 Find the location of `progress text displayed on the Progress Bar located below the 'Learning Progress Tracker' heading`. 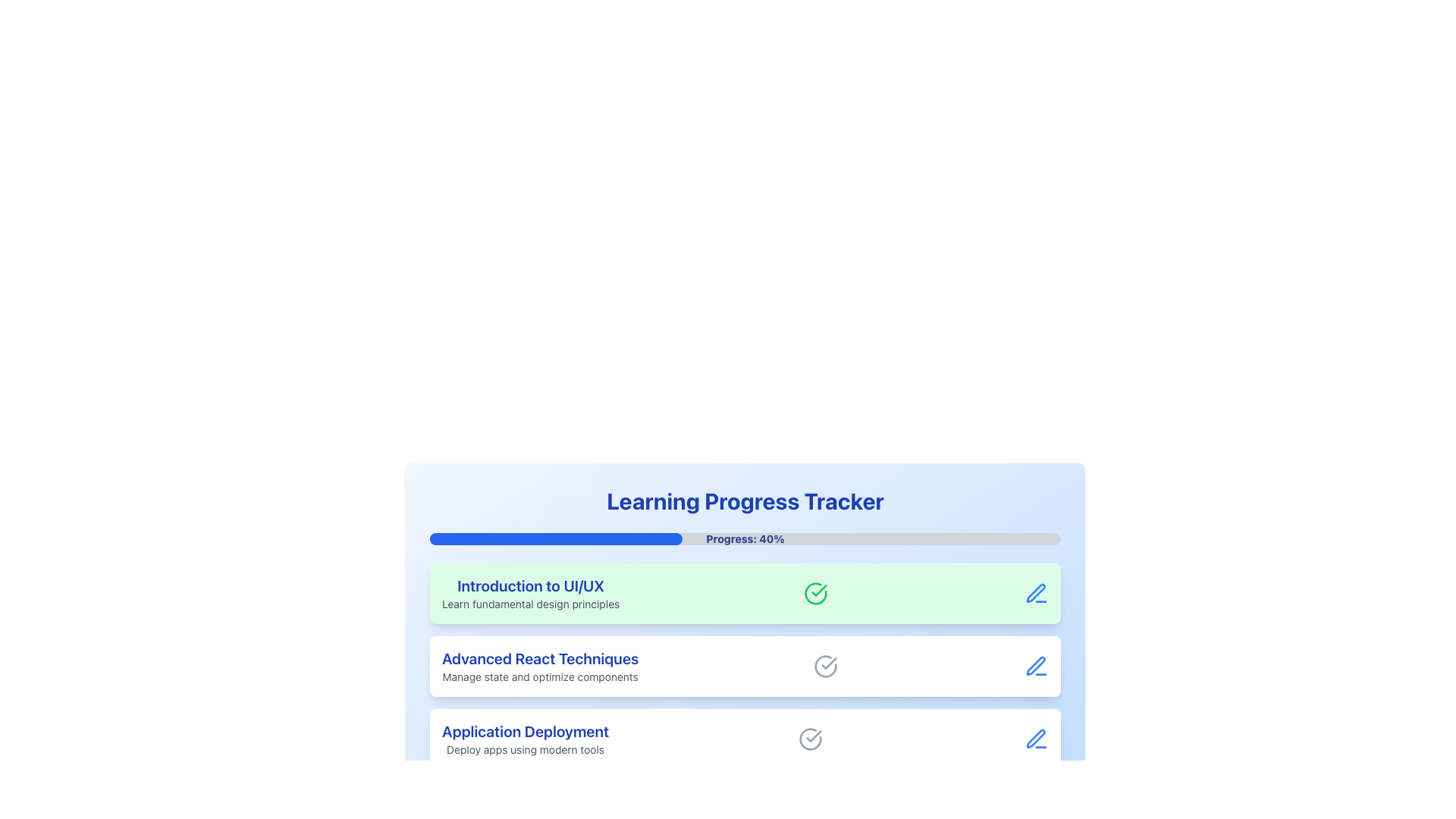

progress text displayed on the Progress Bar located below the 'Learning Progress Tracker' heading is located at coordinates (745, 538).